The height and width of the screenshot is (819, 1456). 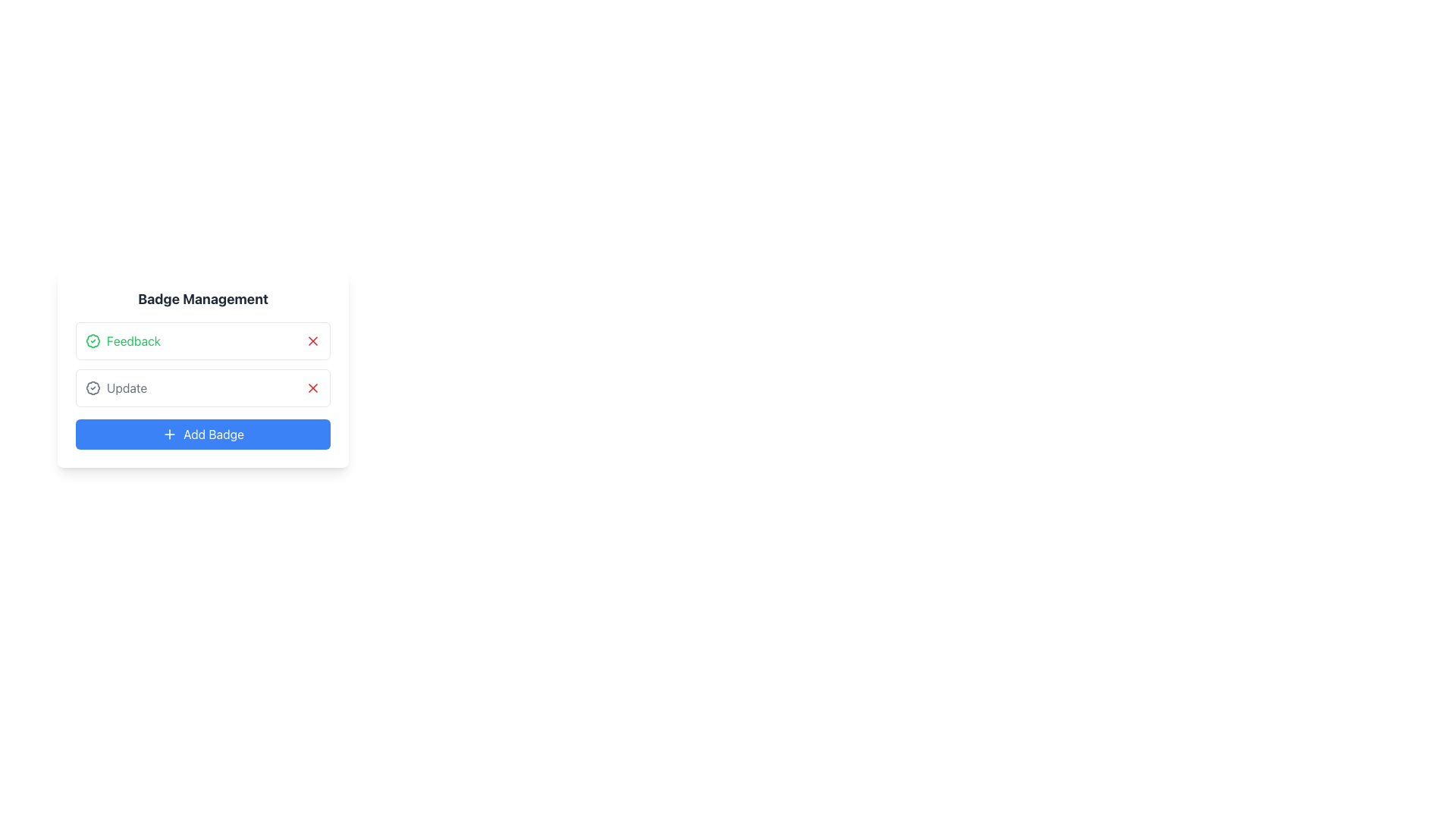 I want to click on the second 'X' button in the 'Update' layout row, so click(x=312, y=388).